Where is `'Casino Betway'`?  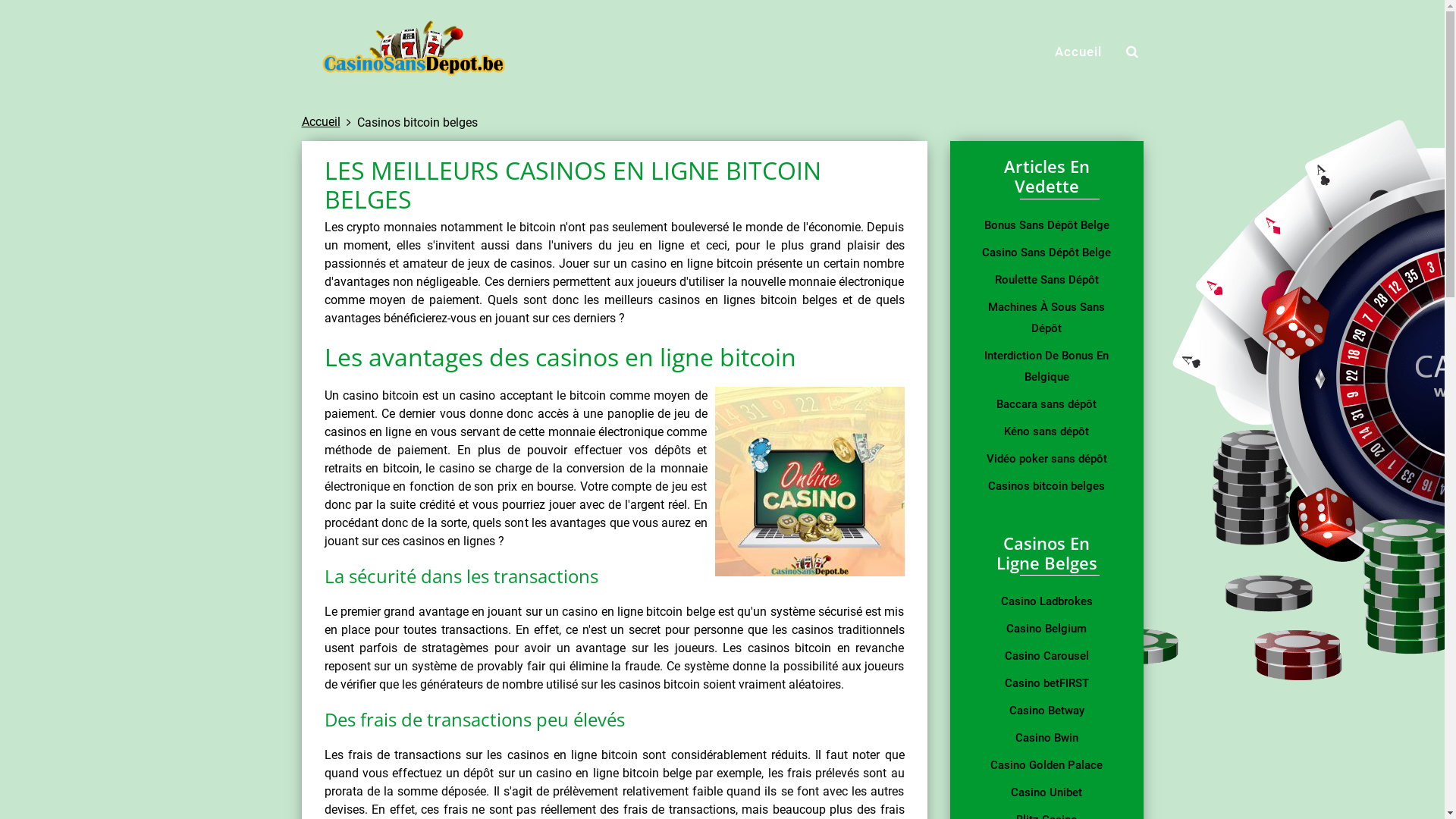 'Casino Betway' is located at coordinates (1045, 711).